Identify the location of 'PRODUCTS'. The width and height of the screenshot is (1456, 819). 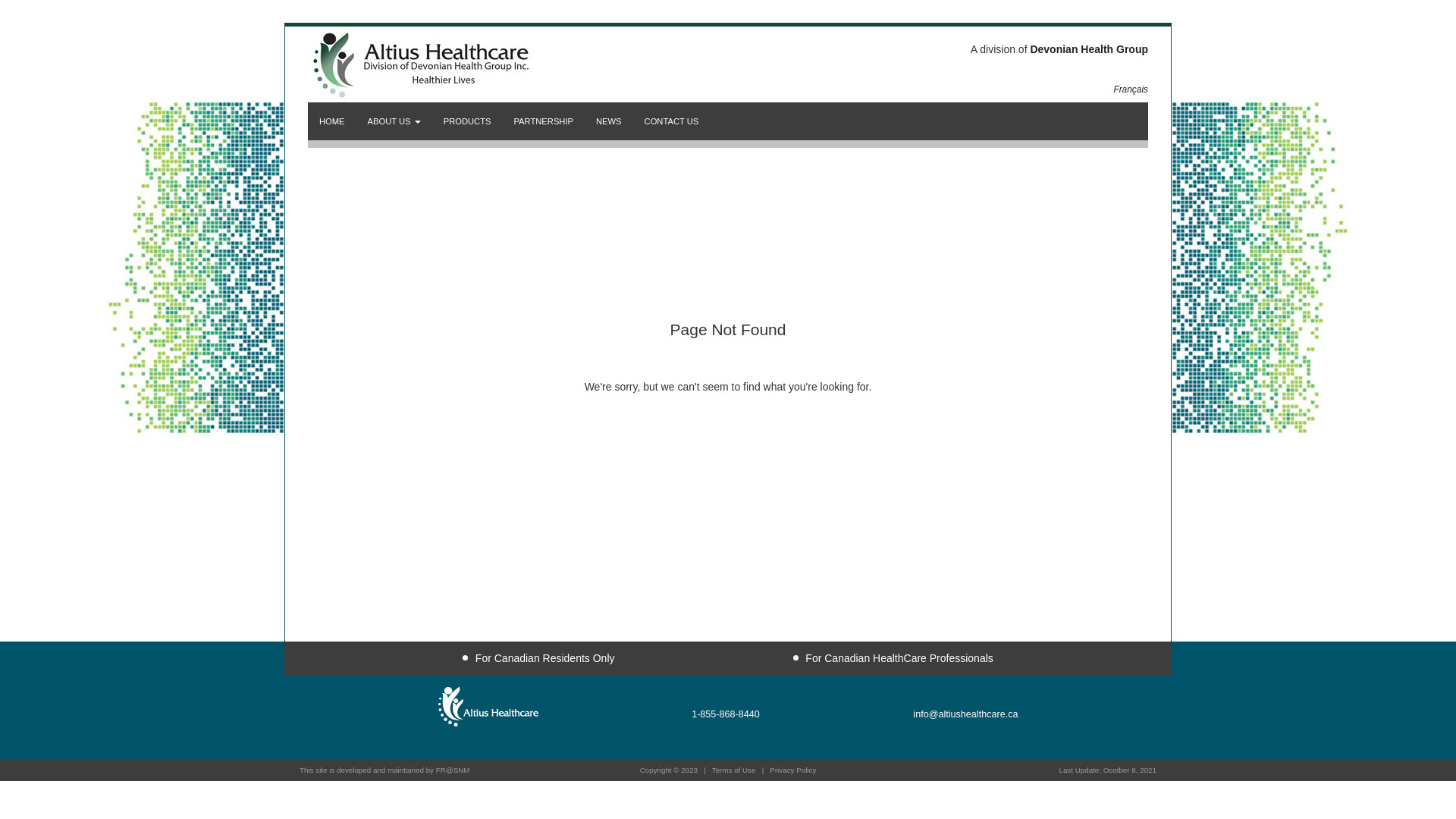
(431, 120).